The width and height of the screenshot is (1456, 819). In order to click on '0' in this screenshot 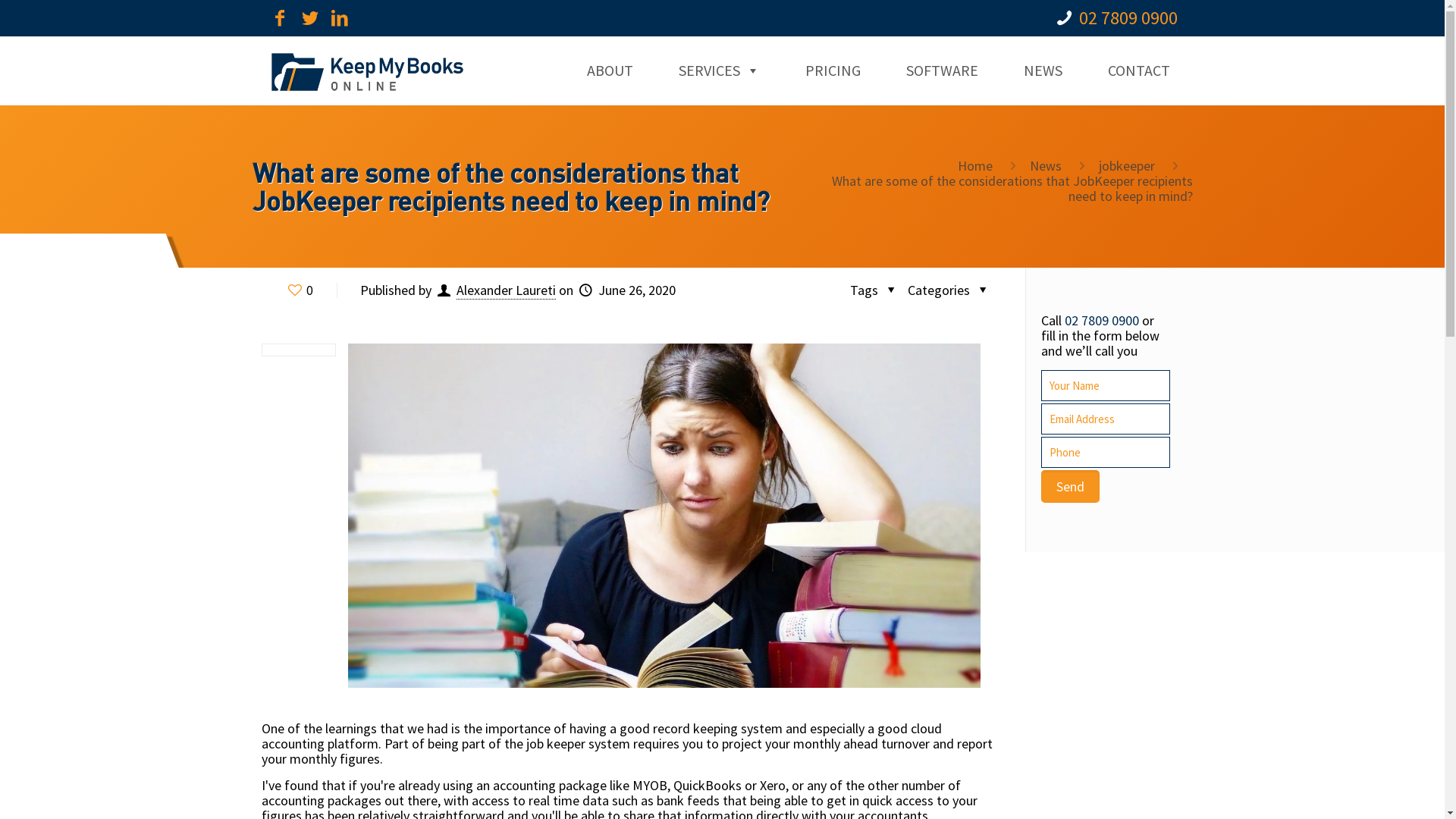, I will do `click(298, 290)`.